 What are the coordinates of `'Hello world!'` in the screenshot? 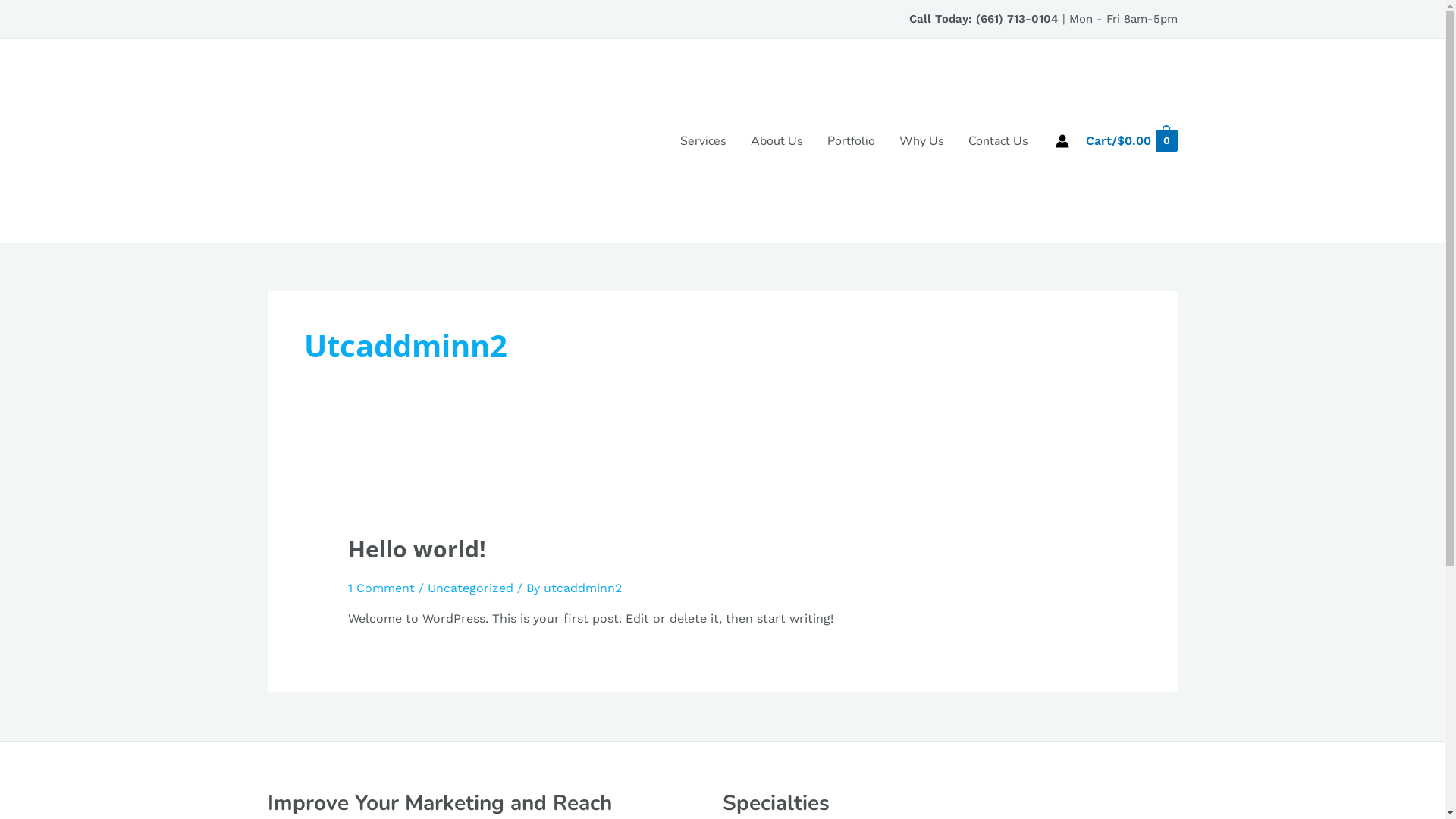 It's located at (417, 548).